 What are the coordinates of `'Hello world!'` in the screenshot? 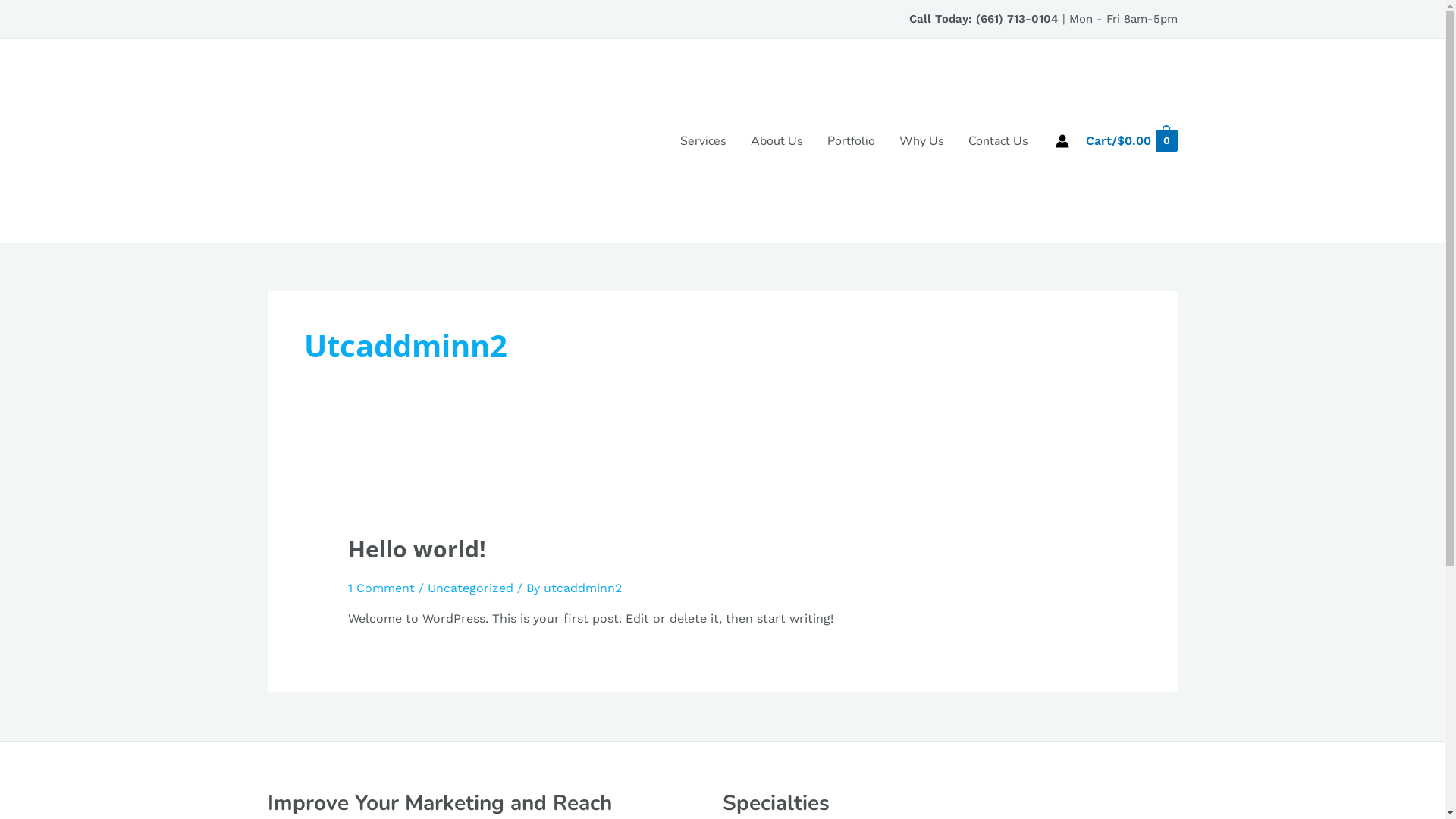 It's located at (417, 548).